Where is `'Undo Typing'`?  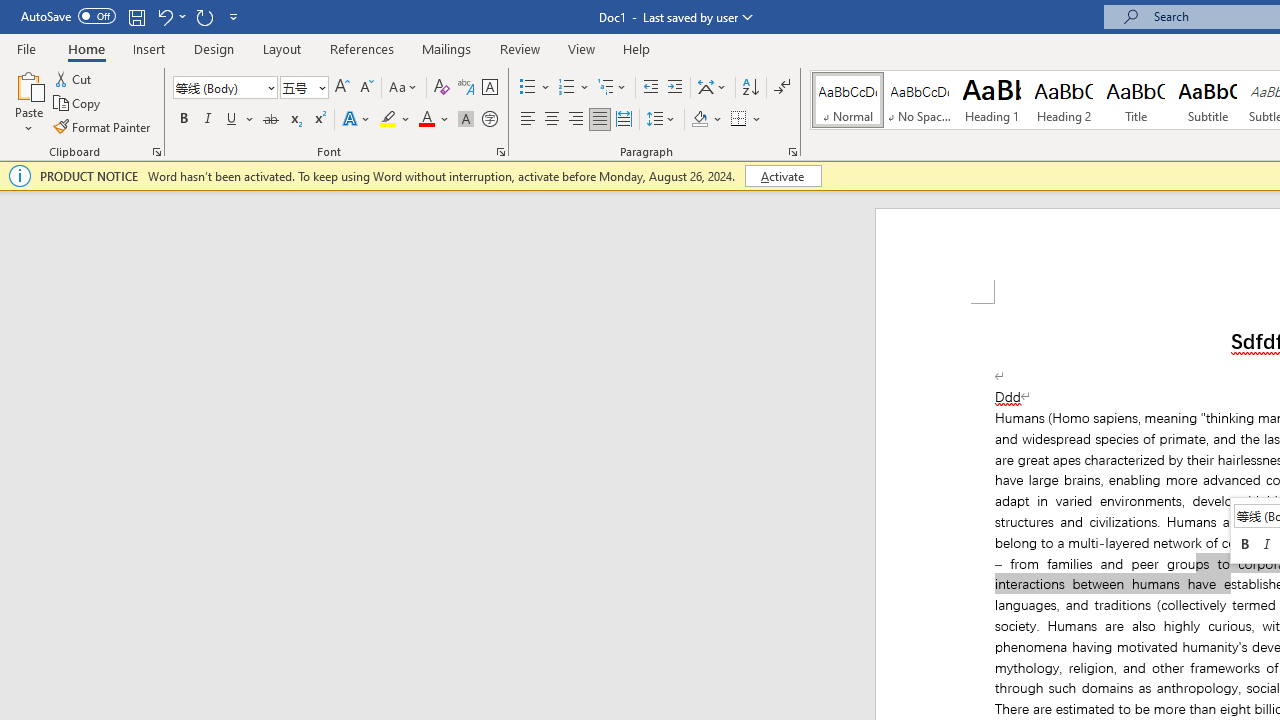
'Undo Typing' is located at coordinates (170, 16).